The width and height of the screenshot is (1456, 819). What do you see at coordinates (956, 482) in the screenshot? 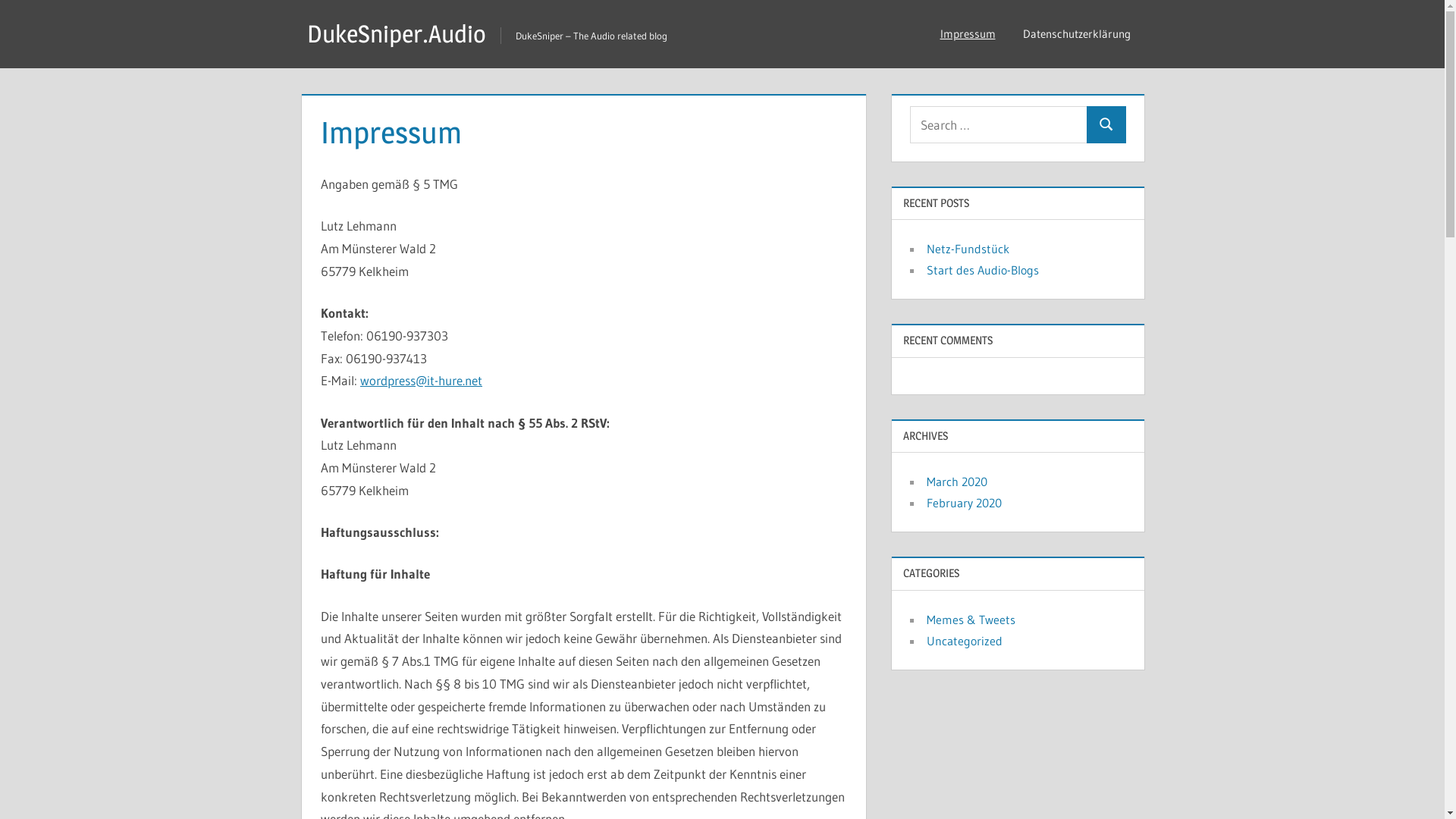
I see `'March 2020'` at bounding box center [956, 482].